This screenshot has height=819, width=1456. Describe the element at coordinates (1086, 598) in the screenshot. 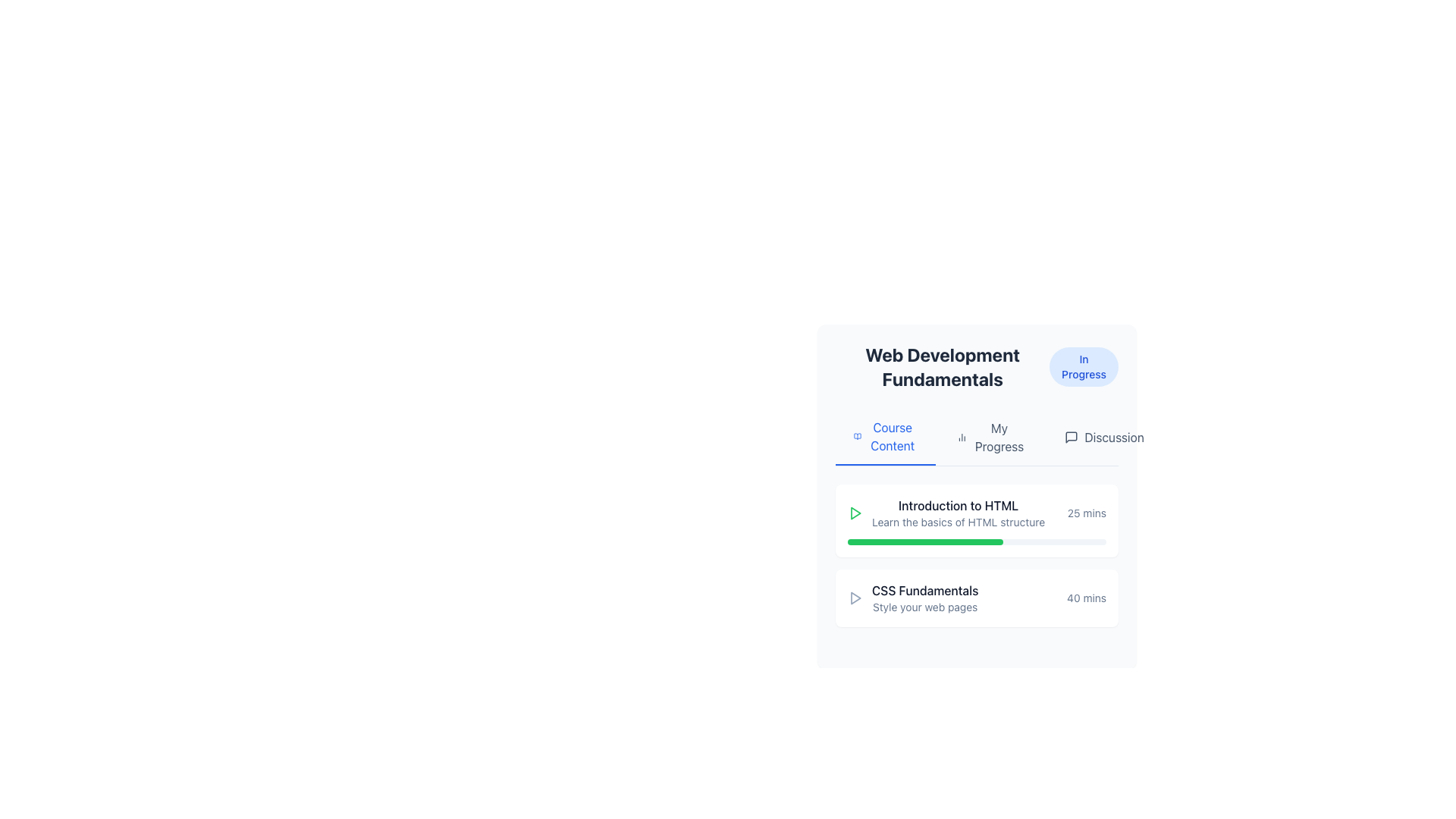

I see `the text label displaying '40 mins' in light gray font located in the bottom-right portion of the 'CSS Fundamentals' block` at that location.